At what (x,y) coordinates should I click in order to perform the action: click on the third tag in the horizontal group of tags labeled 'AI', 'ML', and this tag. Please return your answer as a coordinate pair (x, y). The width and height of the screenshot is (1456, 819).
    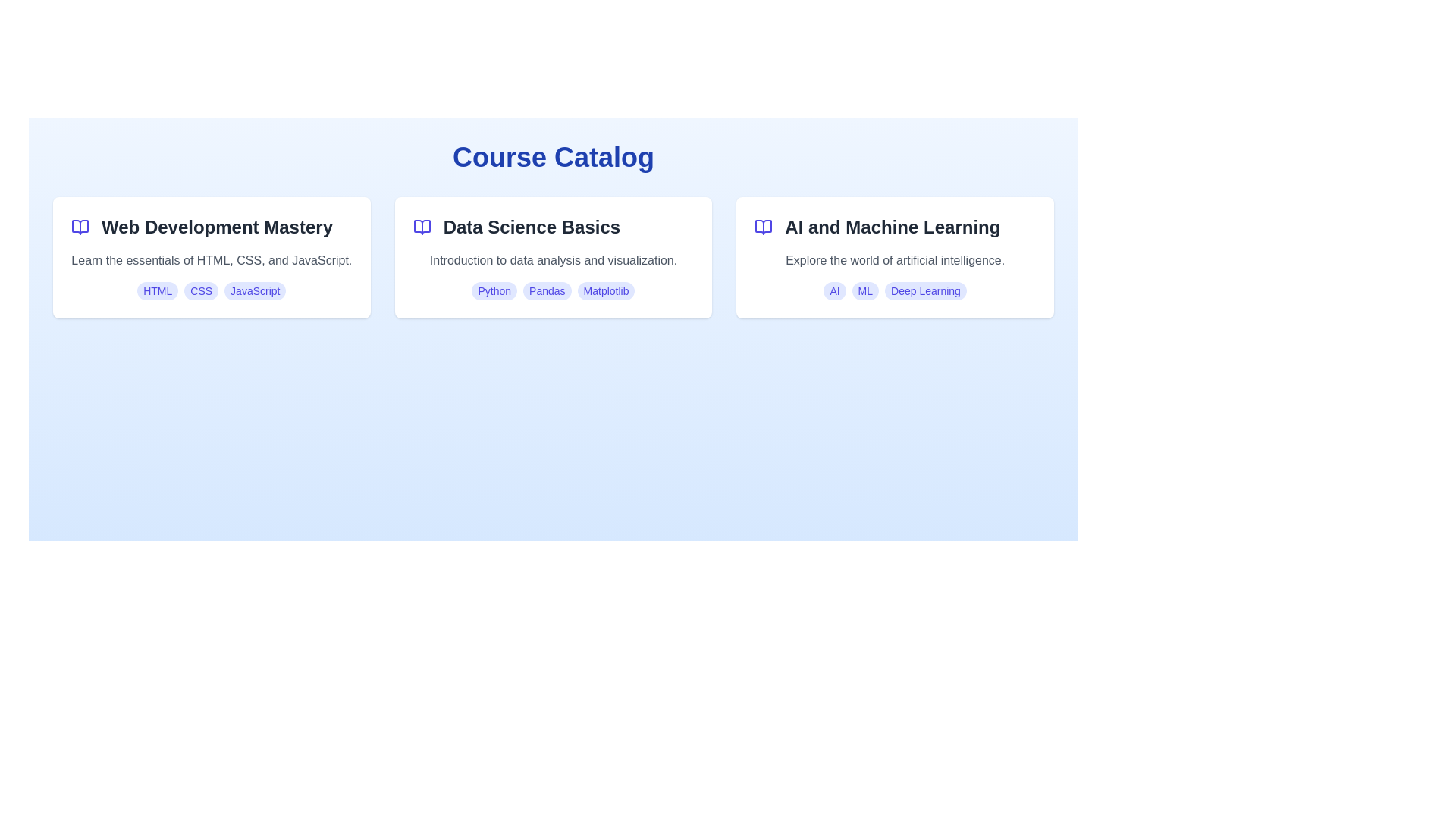
    Looking at the image, I should click on (924, 291).